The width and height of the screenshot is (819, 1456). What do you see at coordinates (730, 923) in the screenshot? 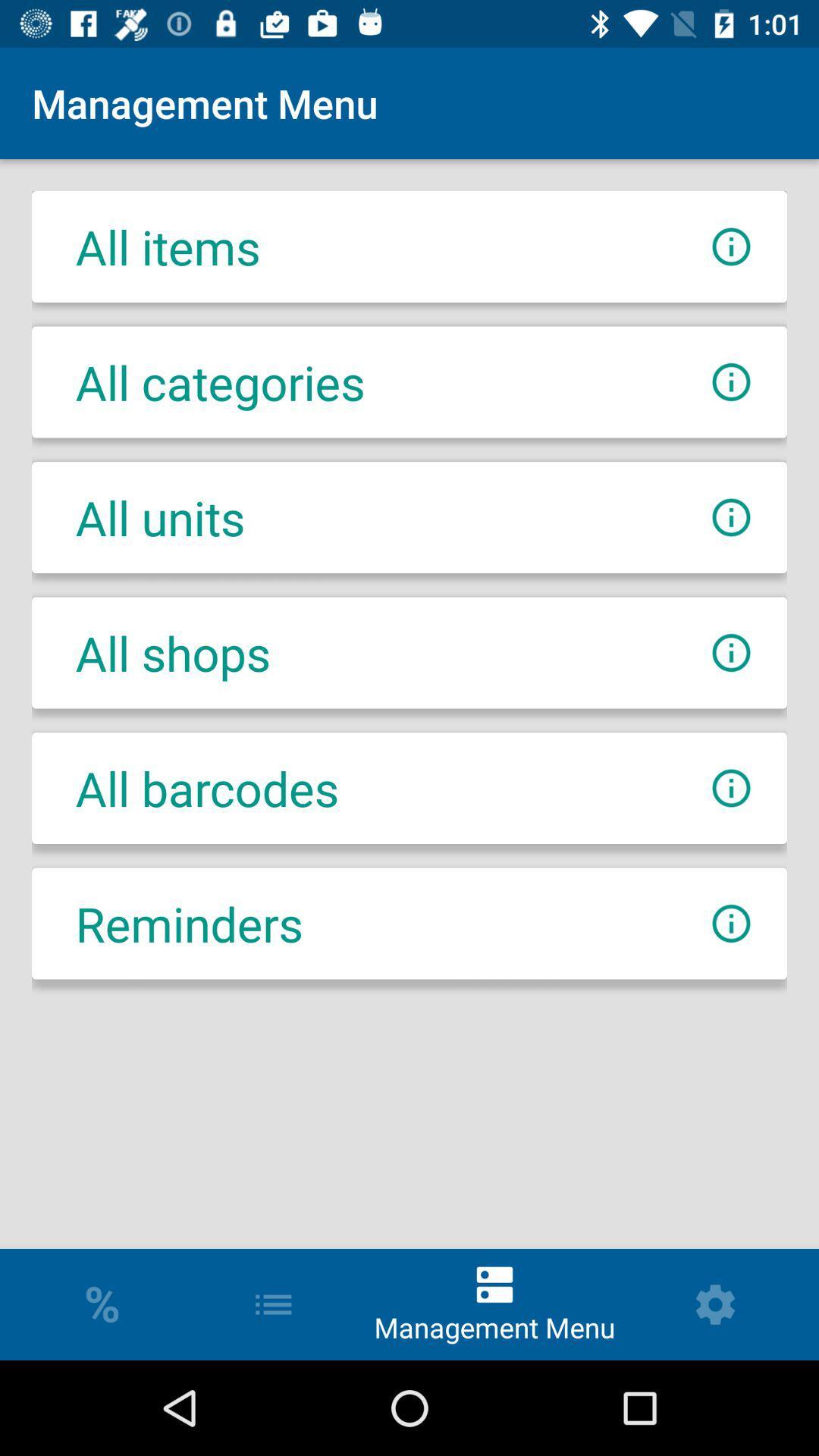
I see `more information` at bounding box center [730, 923].